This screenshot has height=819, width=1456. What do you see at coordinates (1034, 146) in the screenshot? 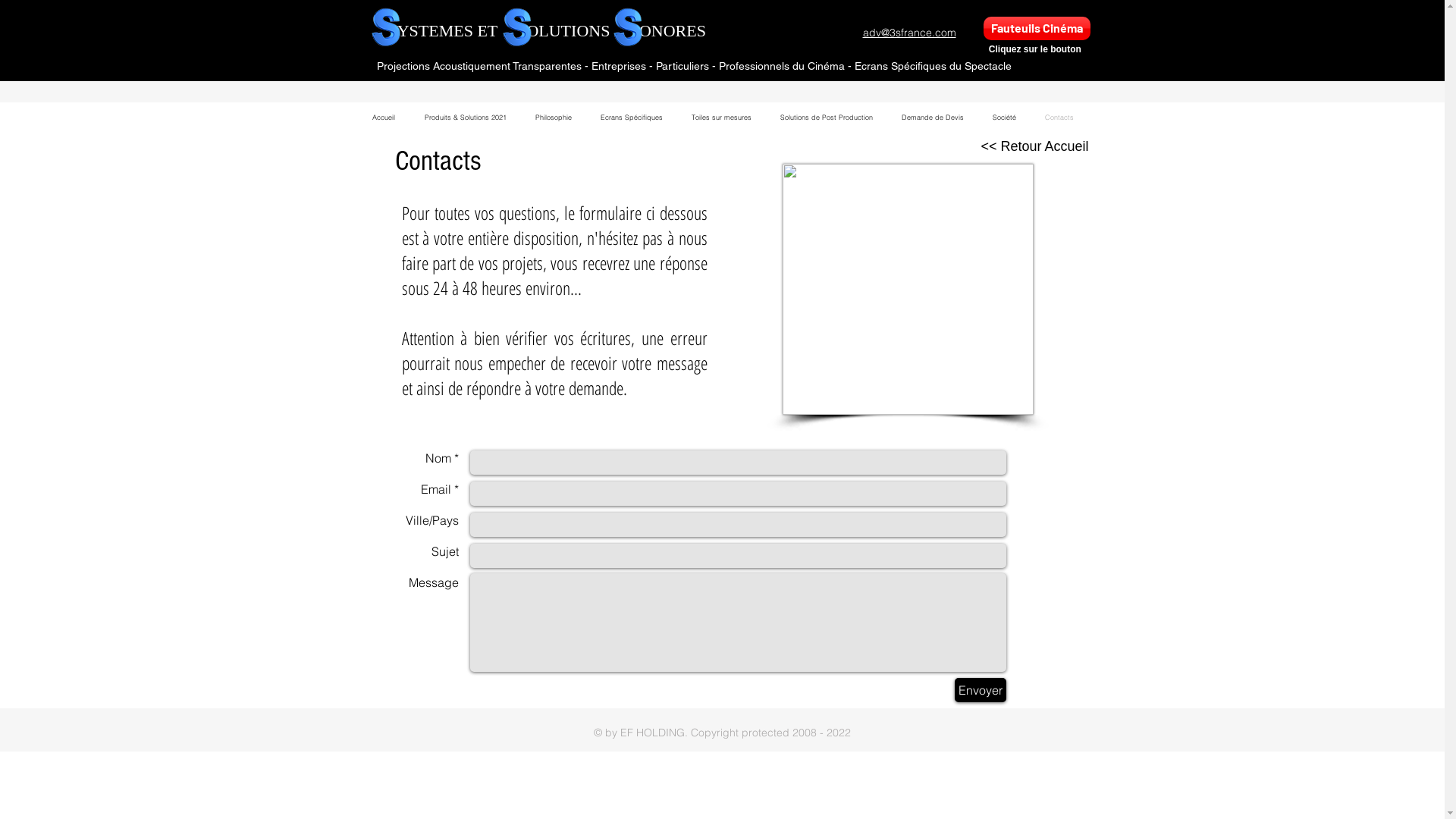
I see `'<< Retour Accueil'` at bounding box center [1034, 146].